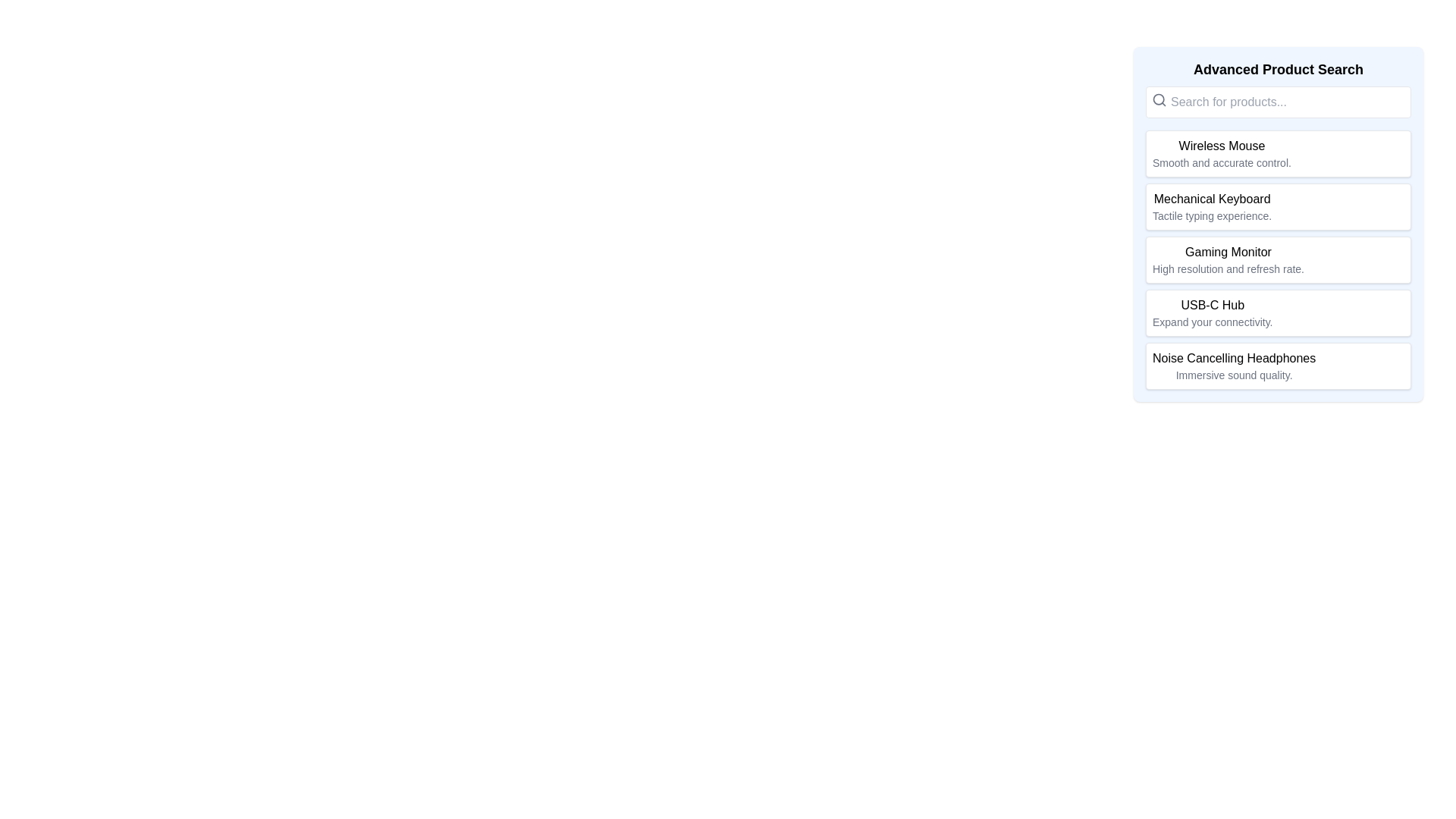  What do you see at coordinates (1277, 207) in the screenshot?
I see `the 'Mechanical Keyboard' selection card, which is the second item in the list` at bounding box center [1277, 207].